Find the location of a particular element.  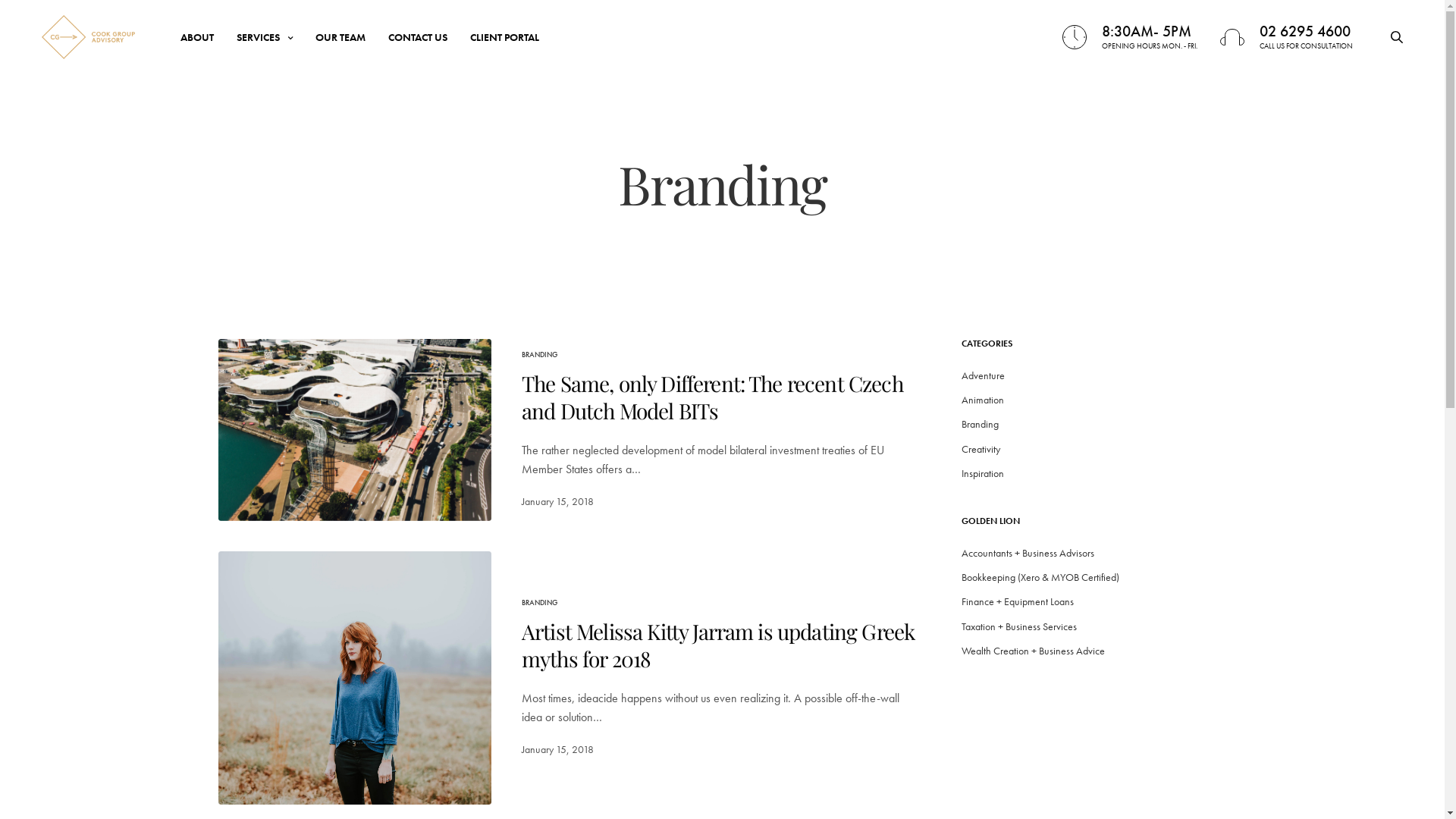

'CLIENT PORTAL' is located at coordinates (504, 36).